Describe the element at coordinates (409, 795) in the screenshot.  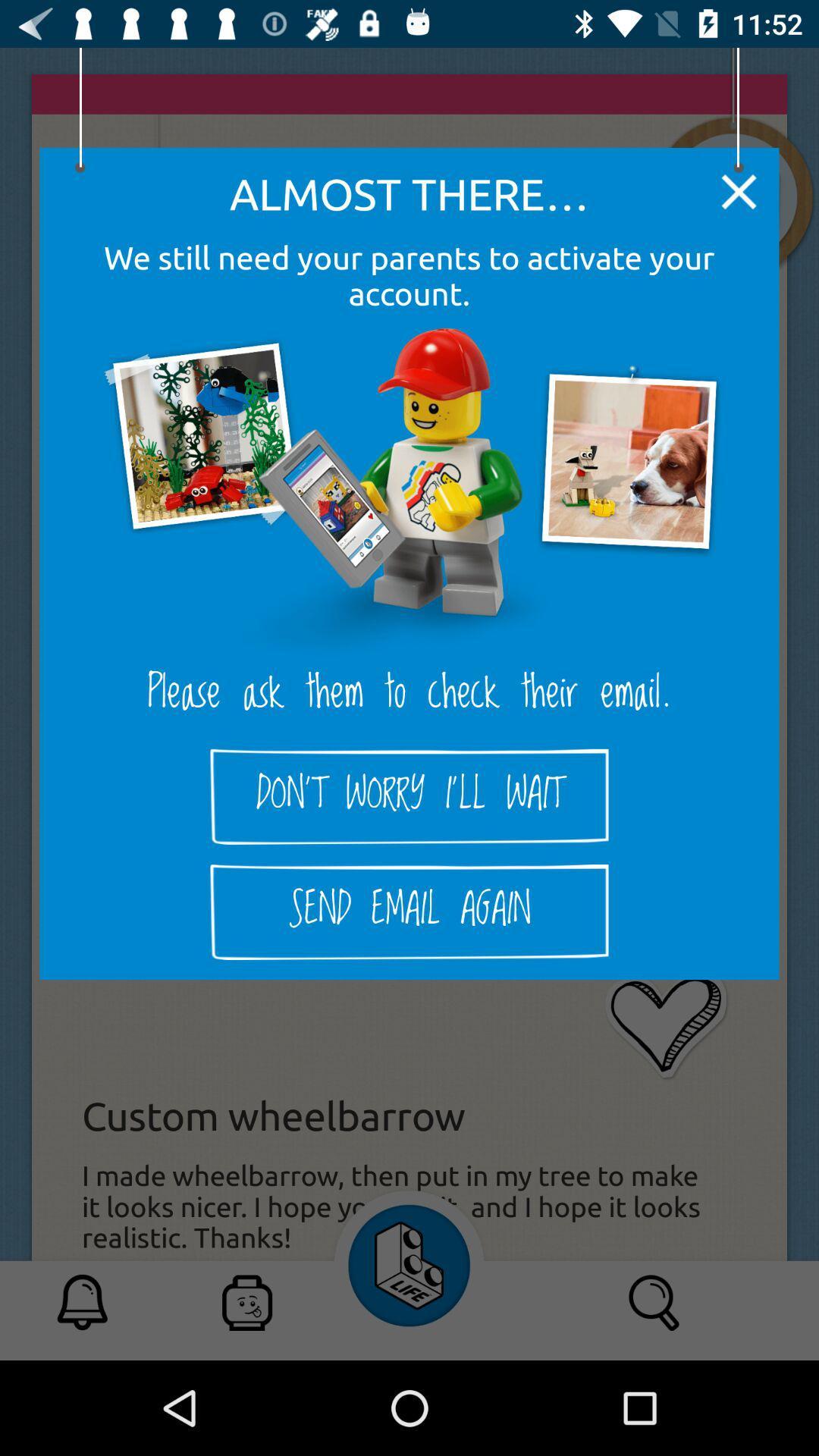
I see `don t worry icon` at that location.